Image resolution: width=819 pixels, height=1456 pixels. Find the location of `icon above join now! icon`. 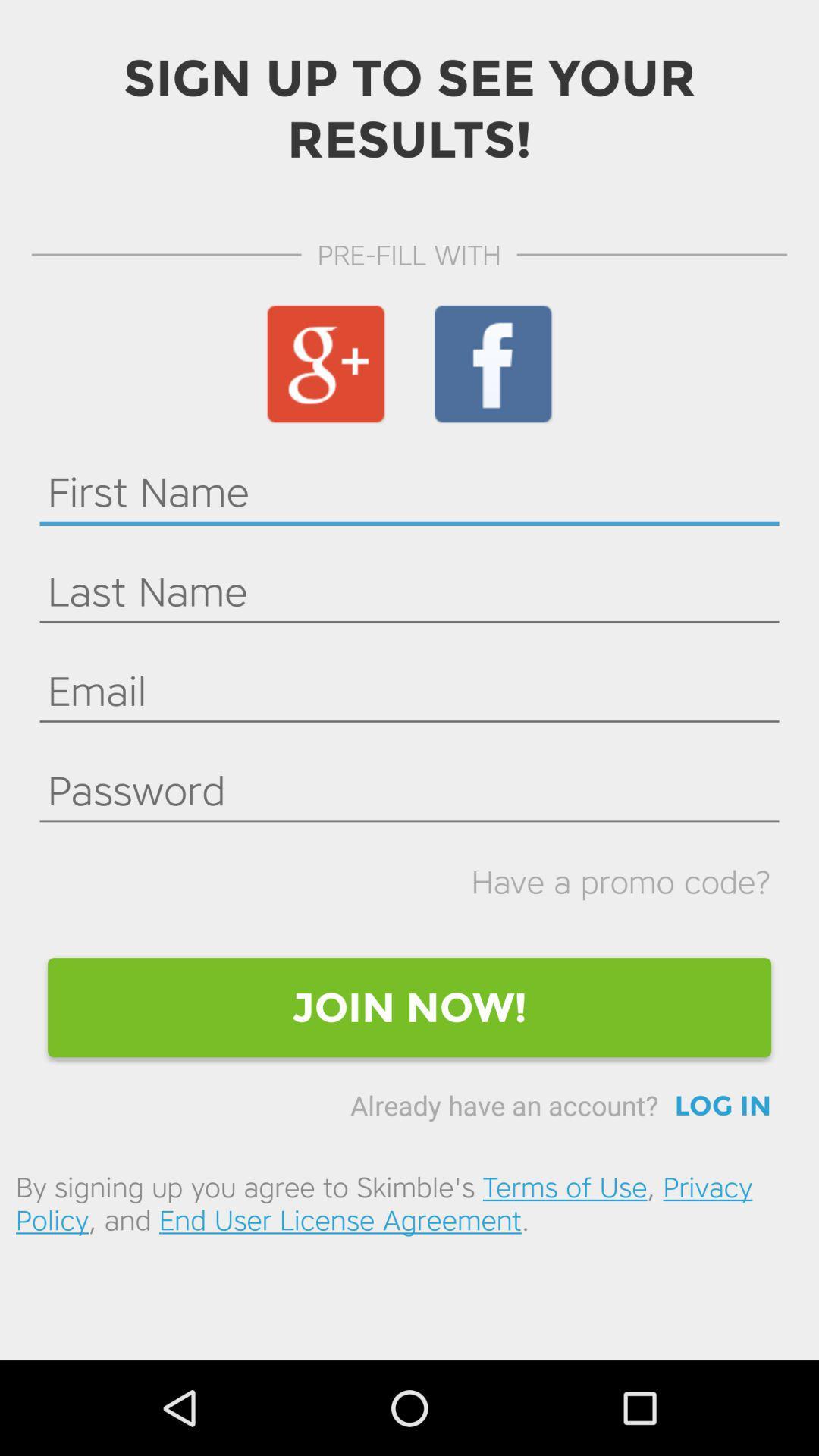

icon above join now! icon is located at coordinates (621, 881).